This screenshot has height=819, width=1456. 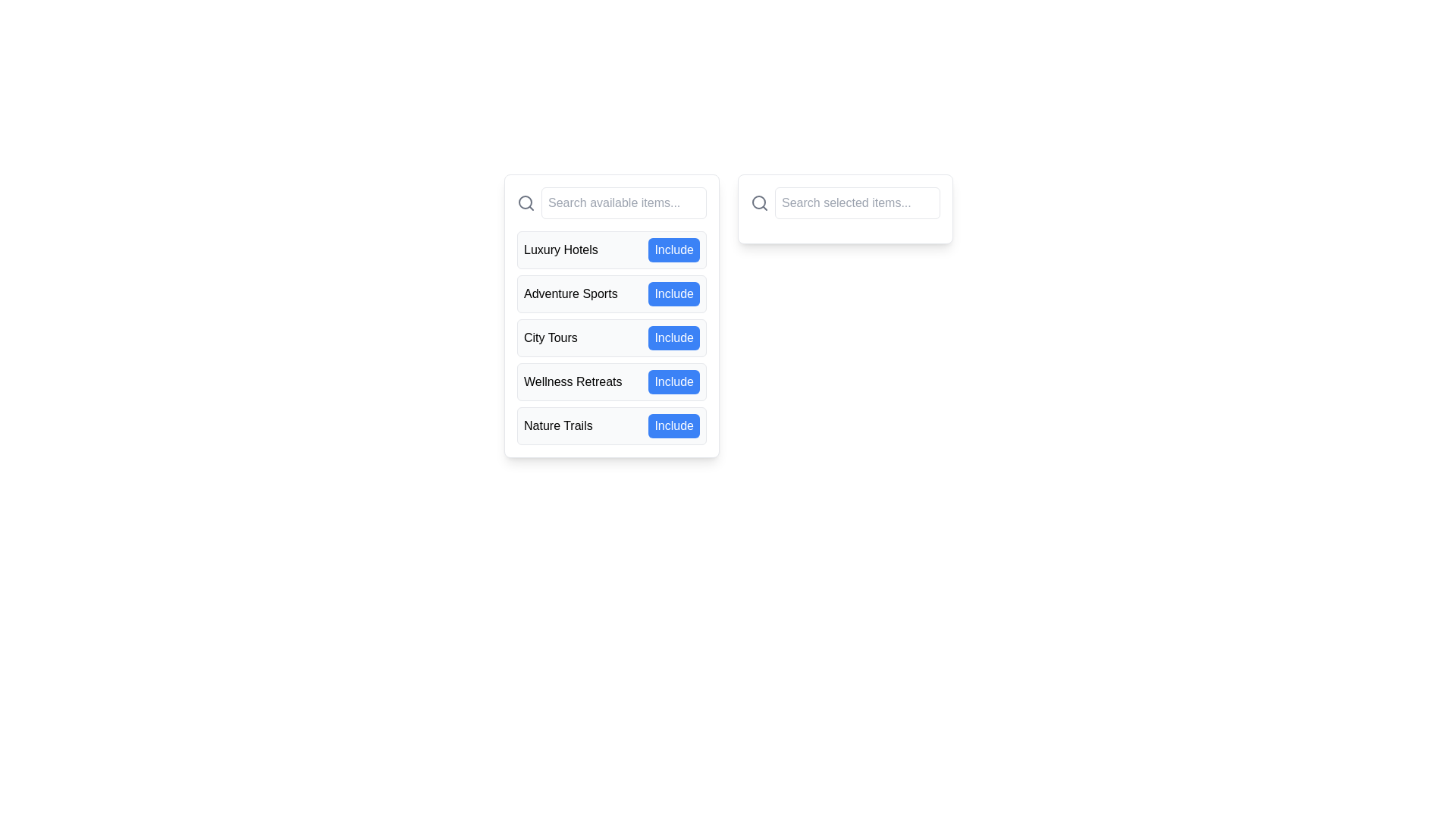 I want to click on the label that describes an option in the selectable list, which is located in the topmost row and to the left of the blue 'Include' button, so click(x=560, y=249).